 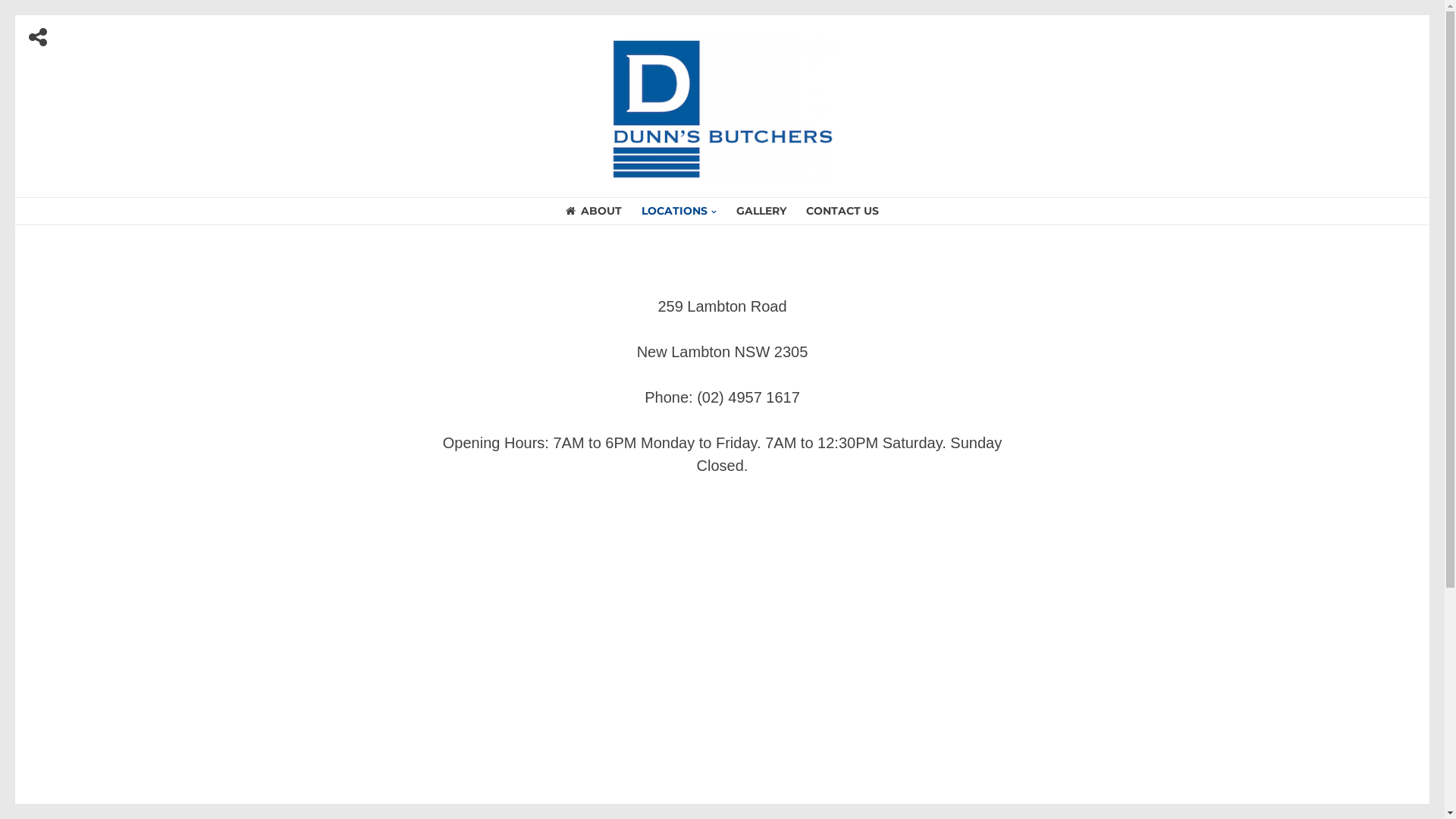 I want to click on 'Skip to content', so click(x=15, y=15).